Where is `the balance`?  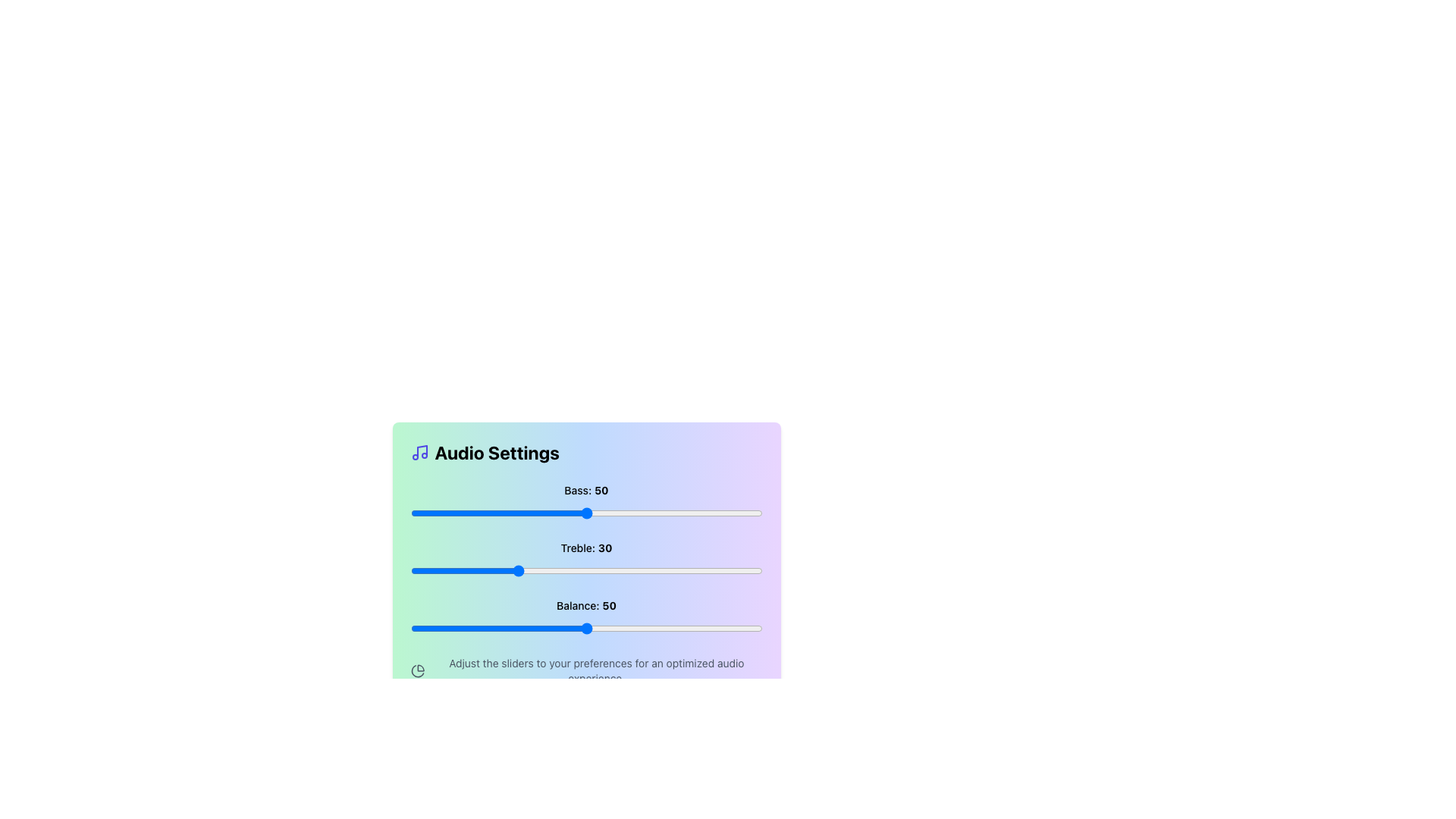 the balance is located at coordinates (618, 629).